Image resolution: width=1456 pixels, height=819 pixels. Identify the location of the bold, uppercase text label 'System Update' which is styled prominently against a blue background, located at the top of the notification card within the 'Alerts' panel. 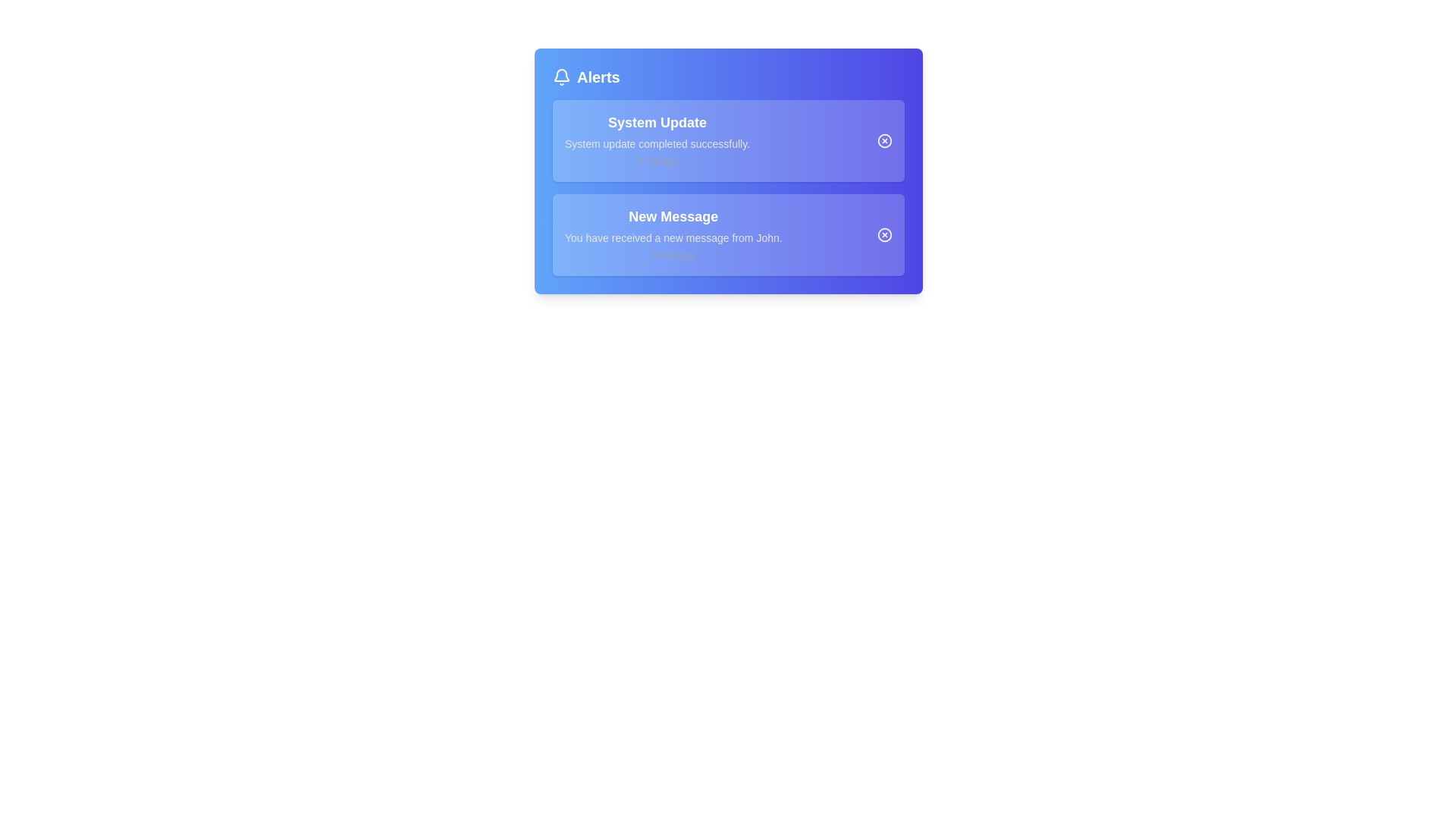
(657, 122).